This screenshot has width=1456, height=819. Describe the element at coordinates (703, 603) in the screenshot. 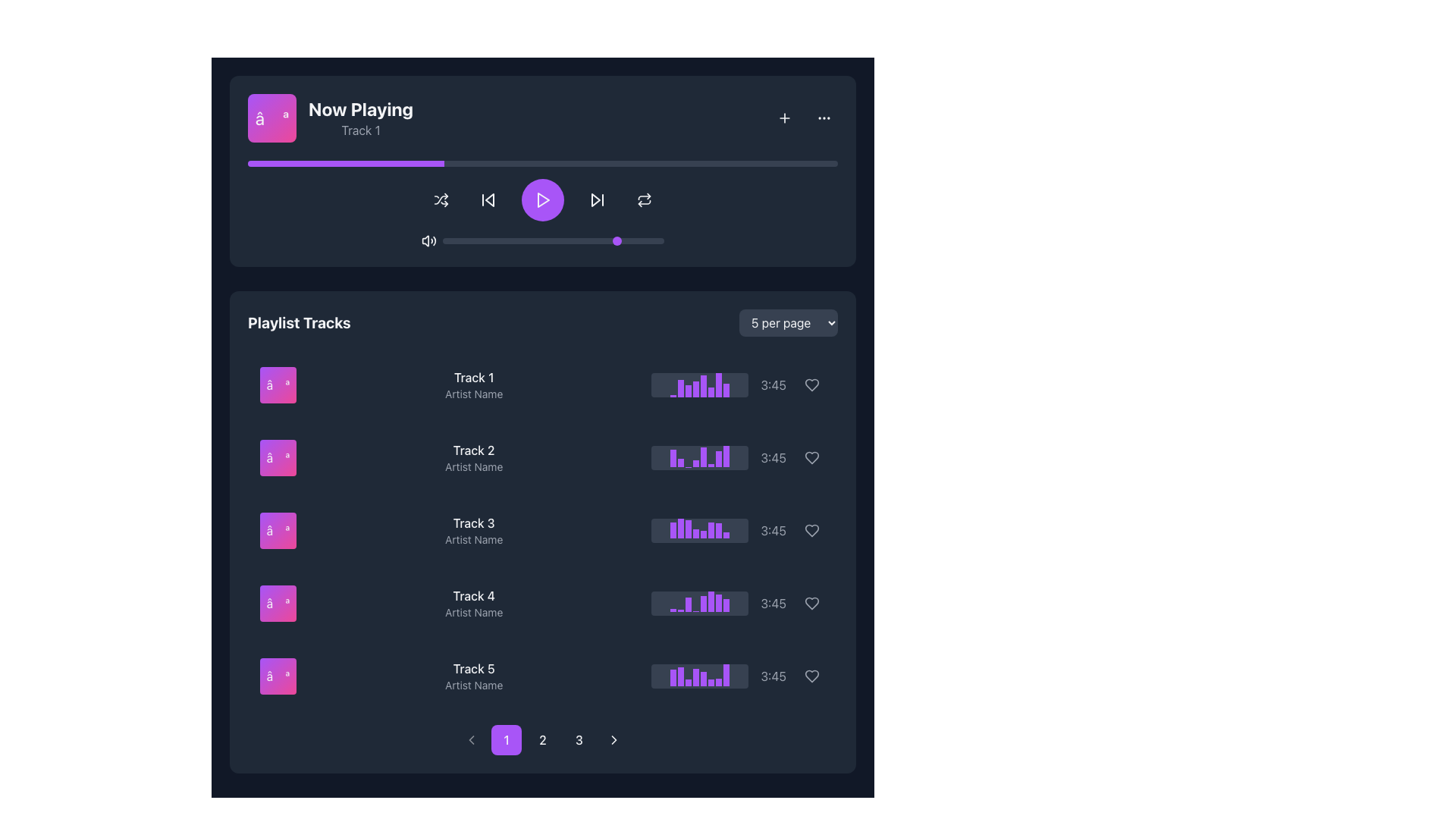

I see `the graphical bar representing Track 4's playback state, which is the fifth bar in the 'Play' section of the Playlist Tracks` at that location.